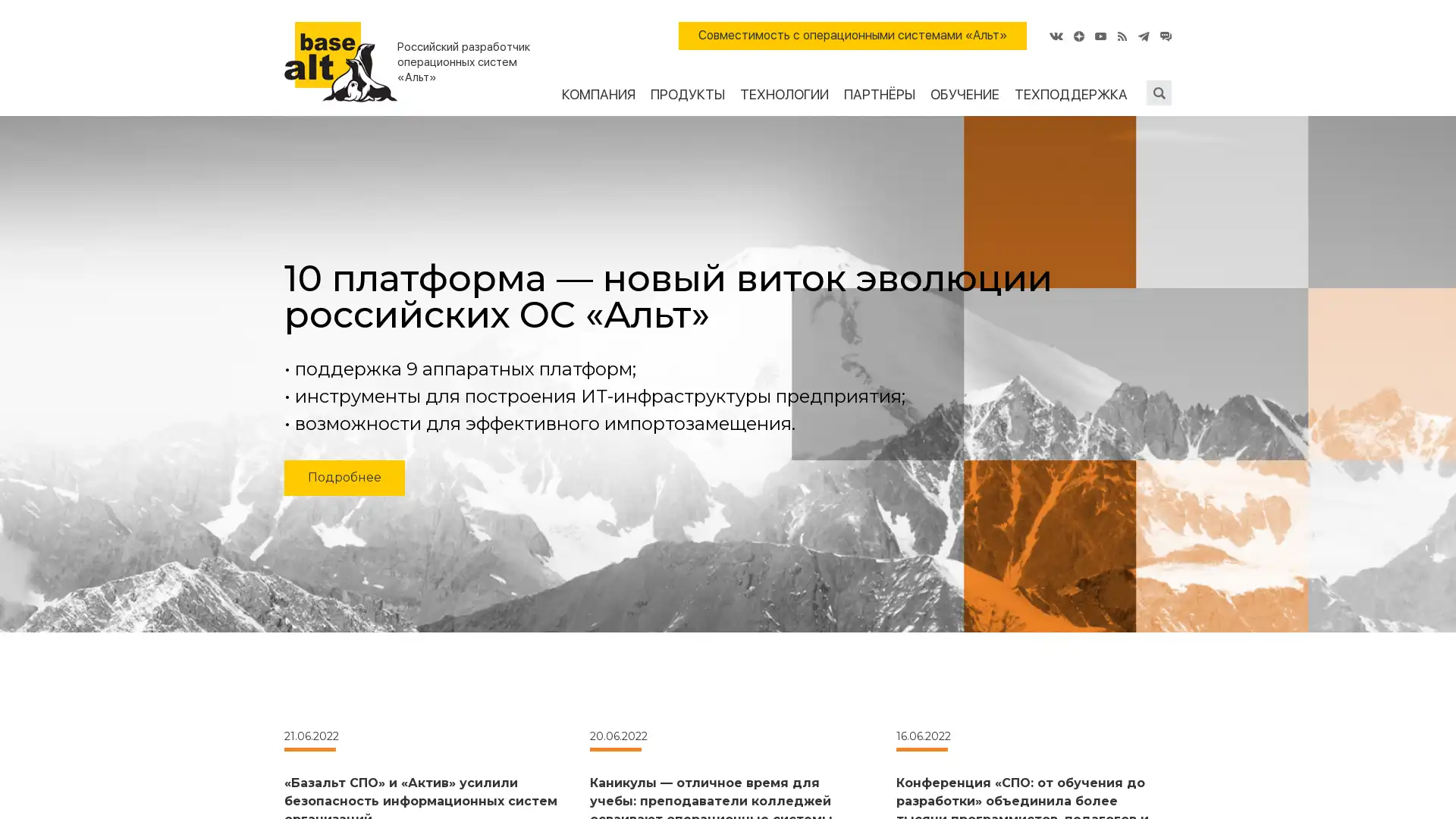 Image resolution: width=1456 pixels, height=819 pixels. Describe the element at coordinates (1158, 93) in the screenshot. I see `Submit` at that location.